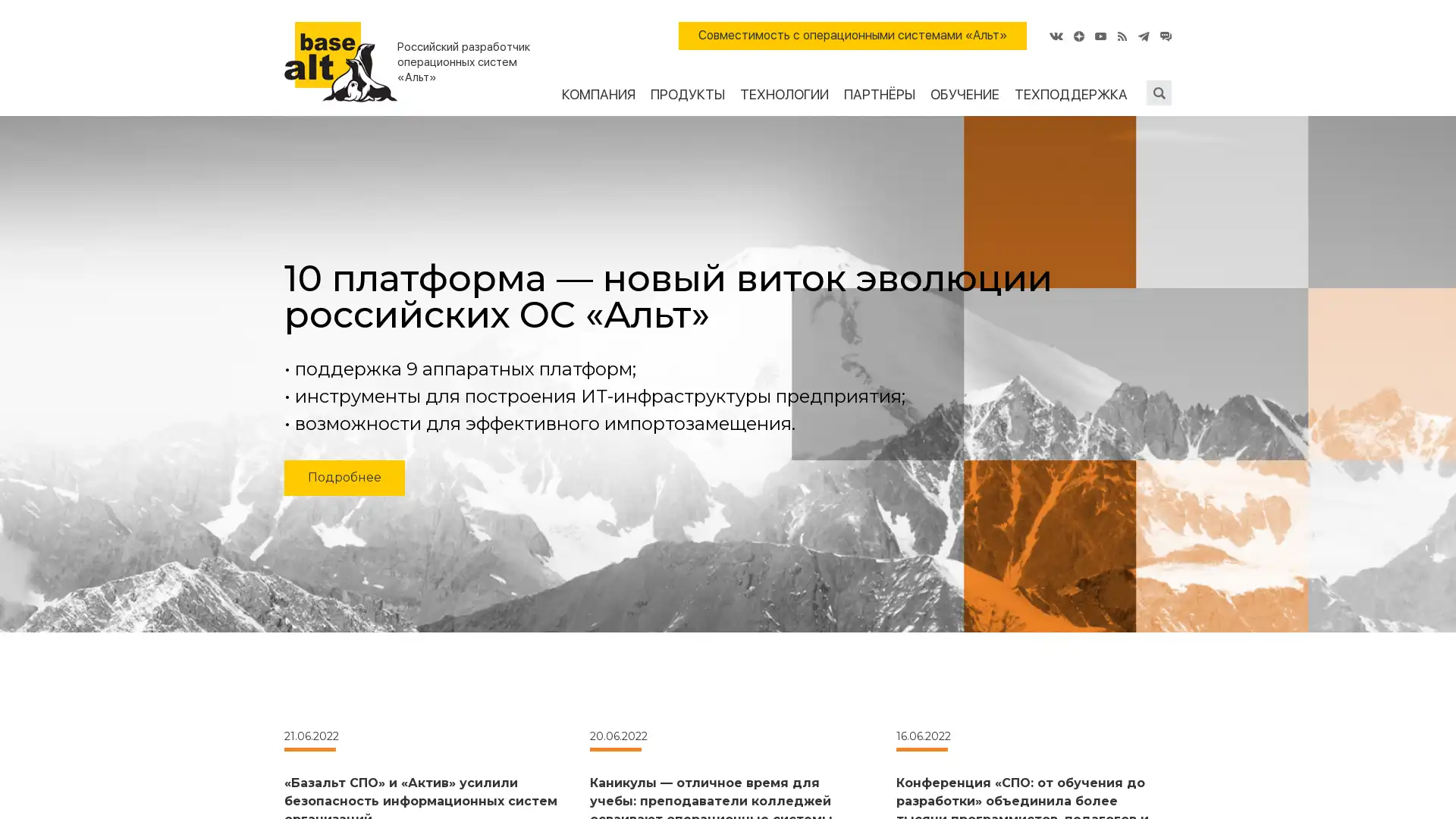 Image resolution: width=1456 pixels, height=819 pixels. Describe the element at coordinates (1158, 93) in the screenshot. I see `Submit` at that location.